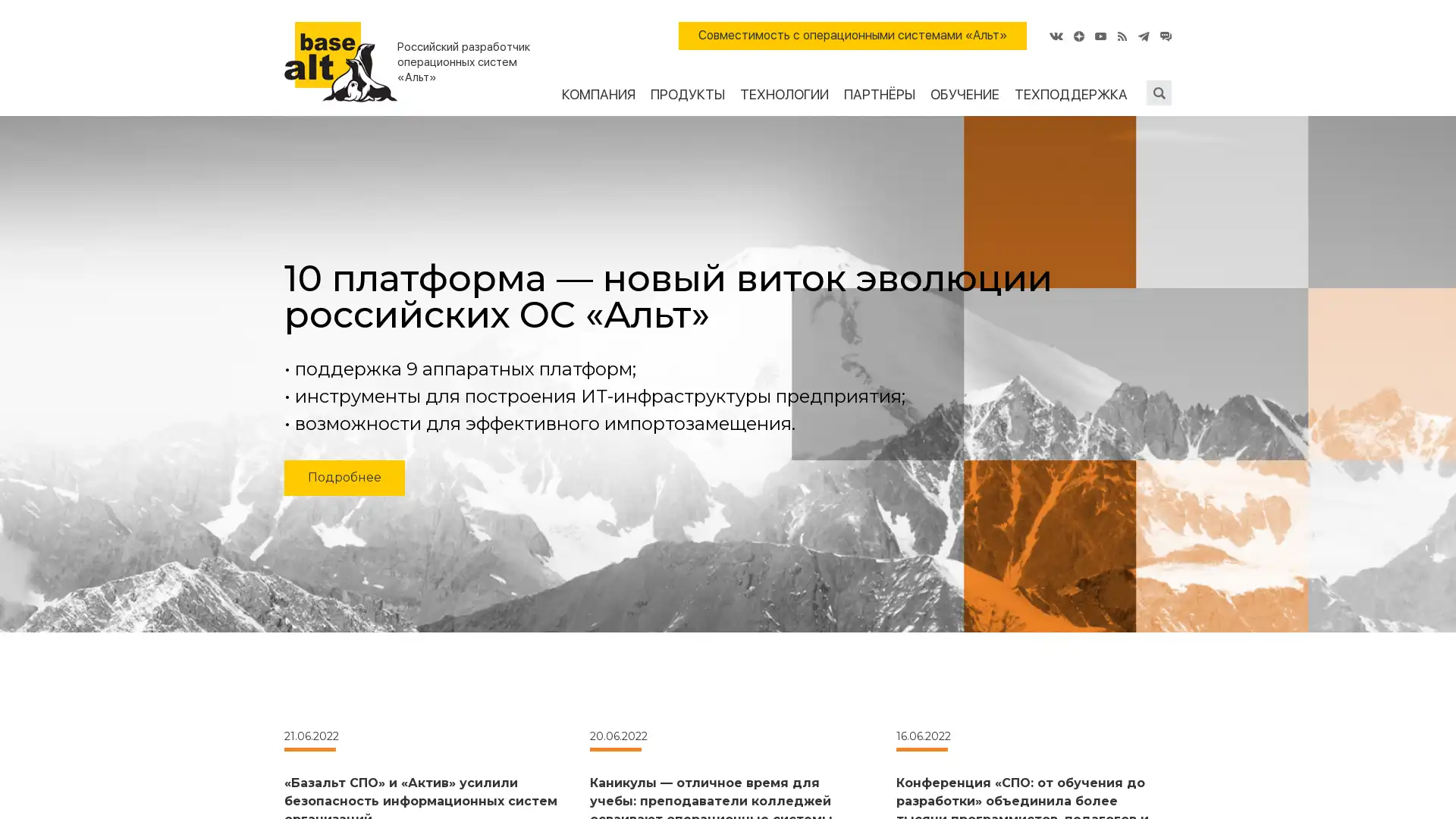 Image resolution: width=1456 pixels, height=819 pixels. Describe the element at coordinates (1158, 93) in the screenshot. I see `Submit` at that location.